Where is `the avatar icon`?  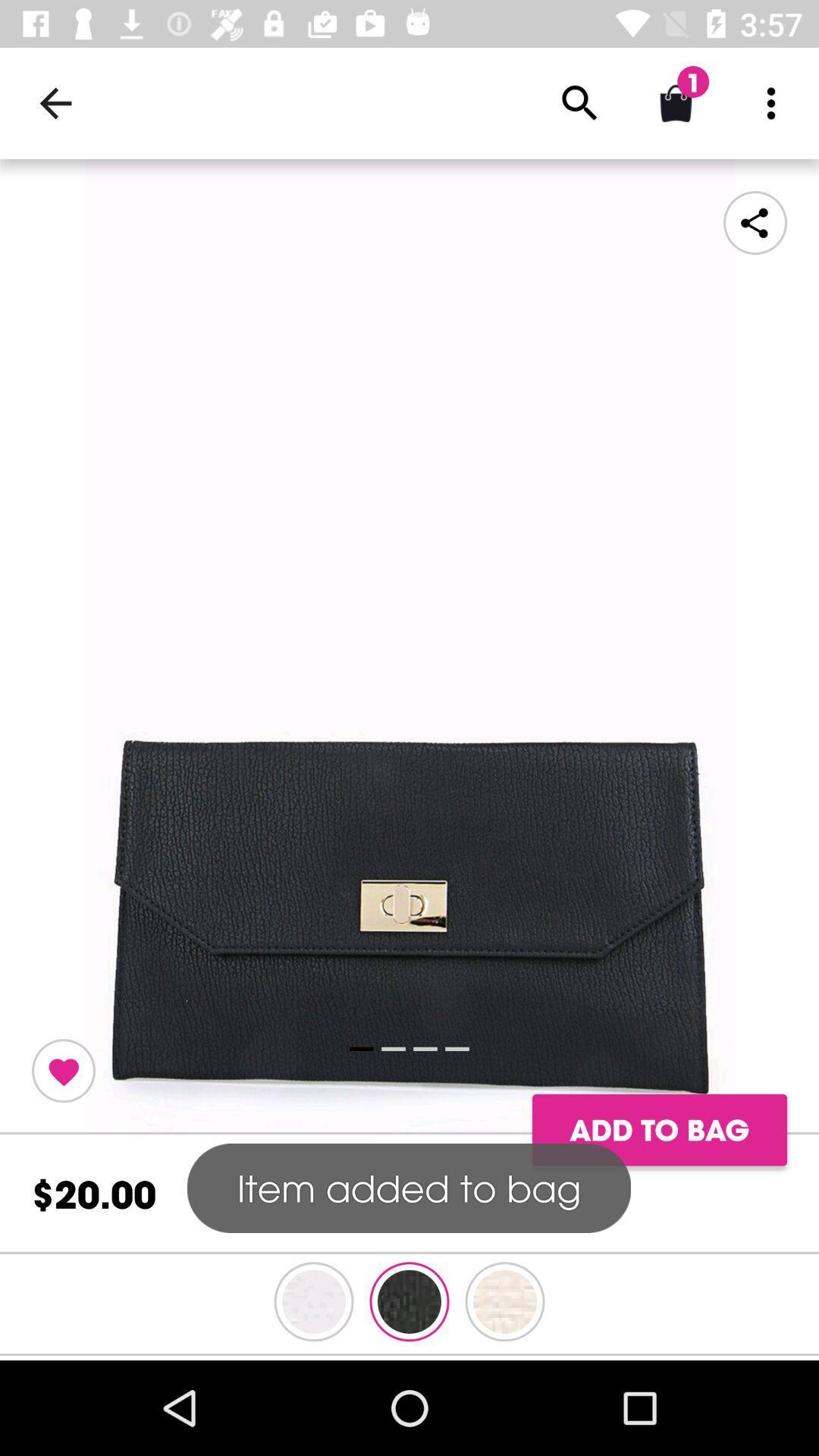
the avatar icon is located at coordinates (312, 1301).